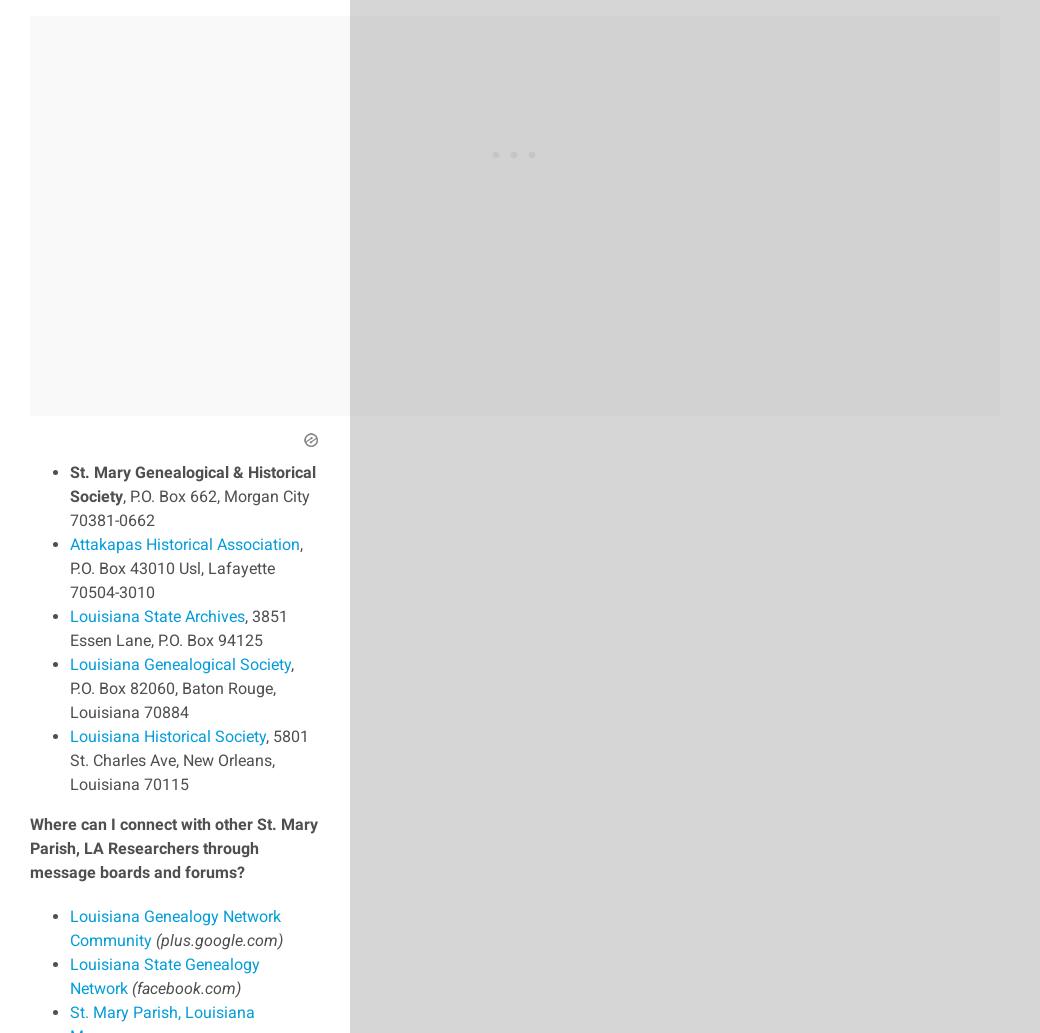  I want to click on 'Louisiana State Archives', so click(157, 614).